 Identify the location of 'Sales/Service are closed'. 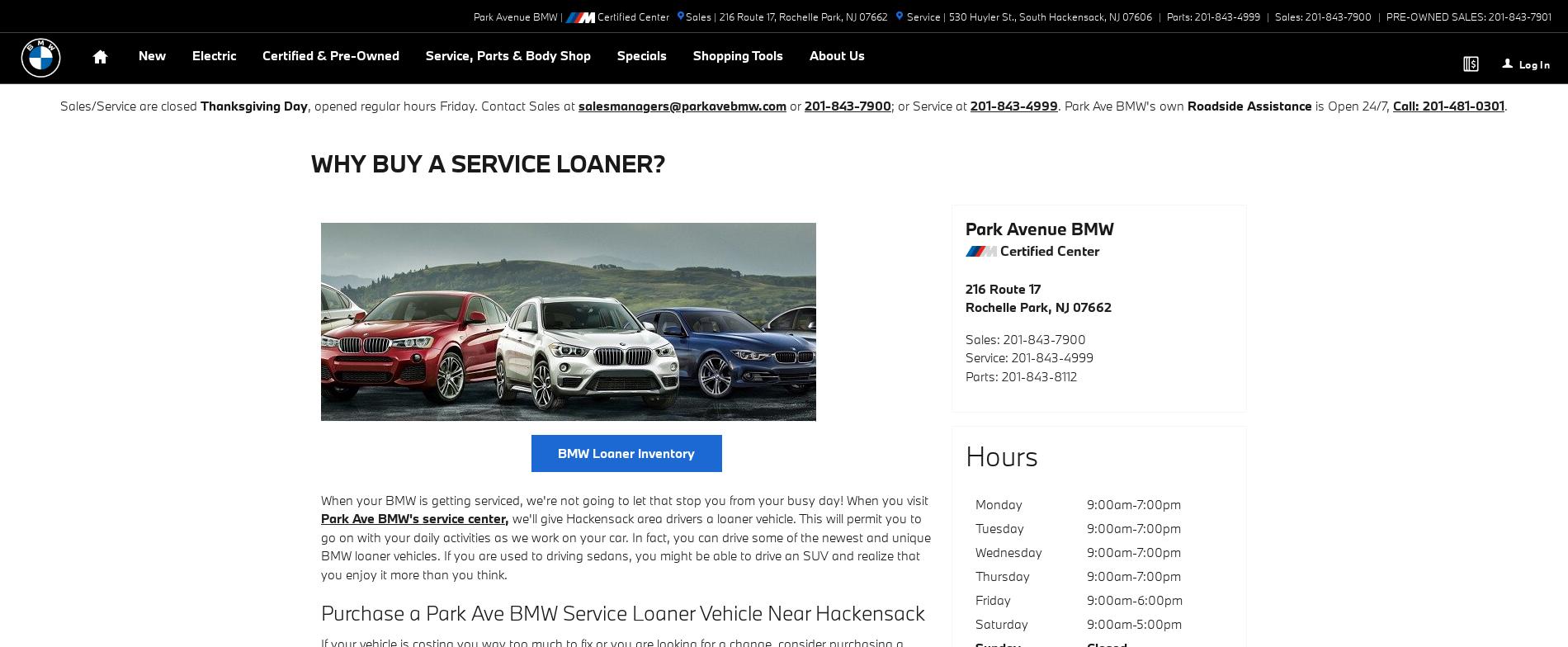
(130, 105).